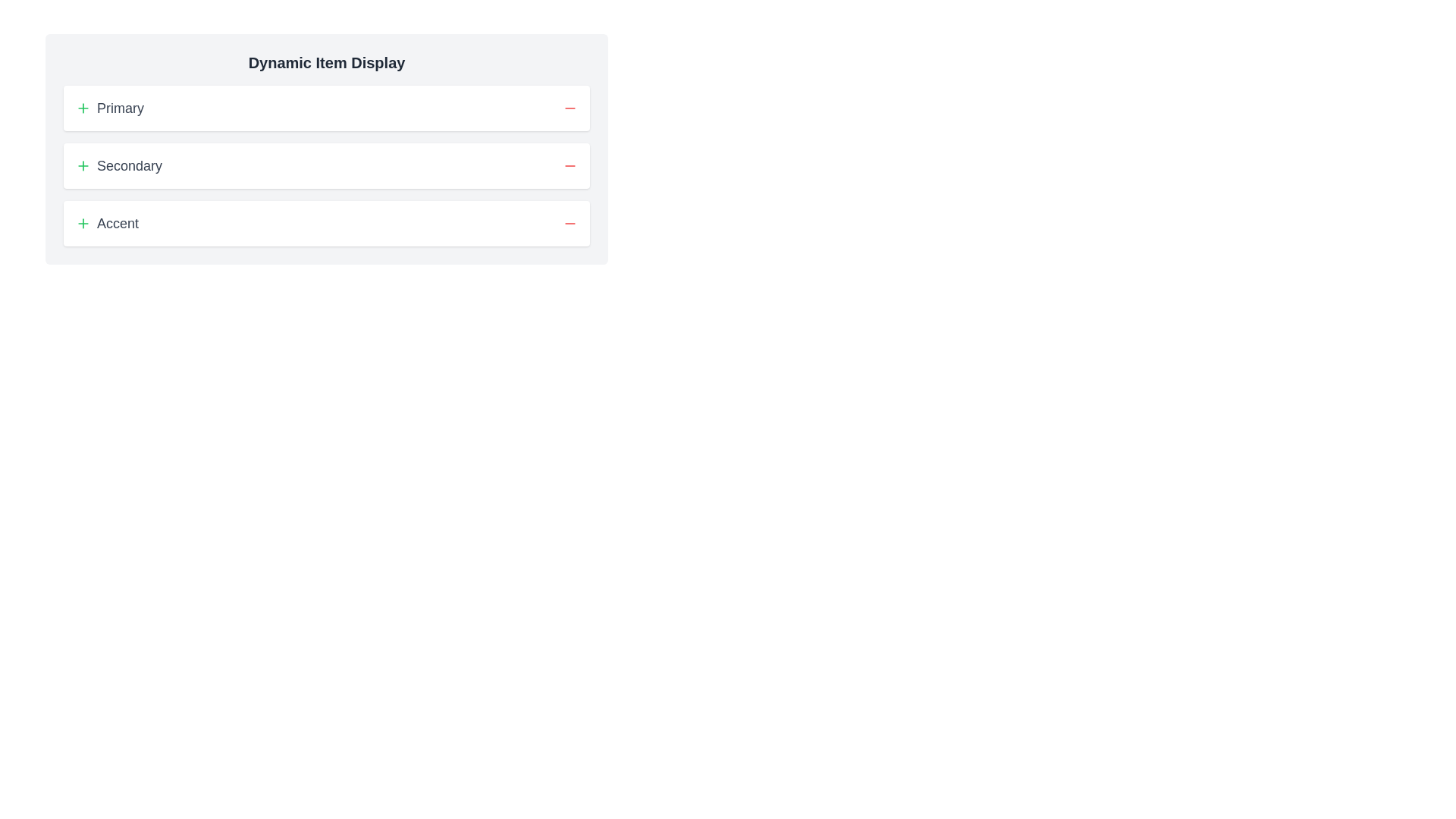  Describe the element at coordinates (326, 62) in the screenshot. I see `the text label displaying 'Dynamic Item Display' in bold, extra-large dark gray font, located at the top of the interface, above the items labeled 'Primary', 'Secondary', and 'Accent'` at that location.